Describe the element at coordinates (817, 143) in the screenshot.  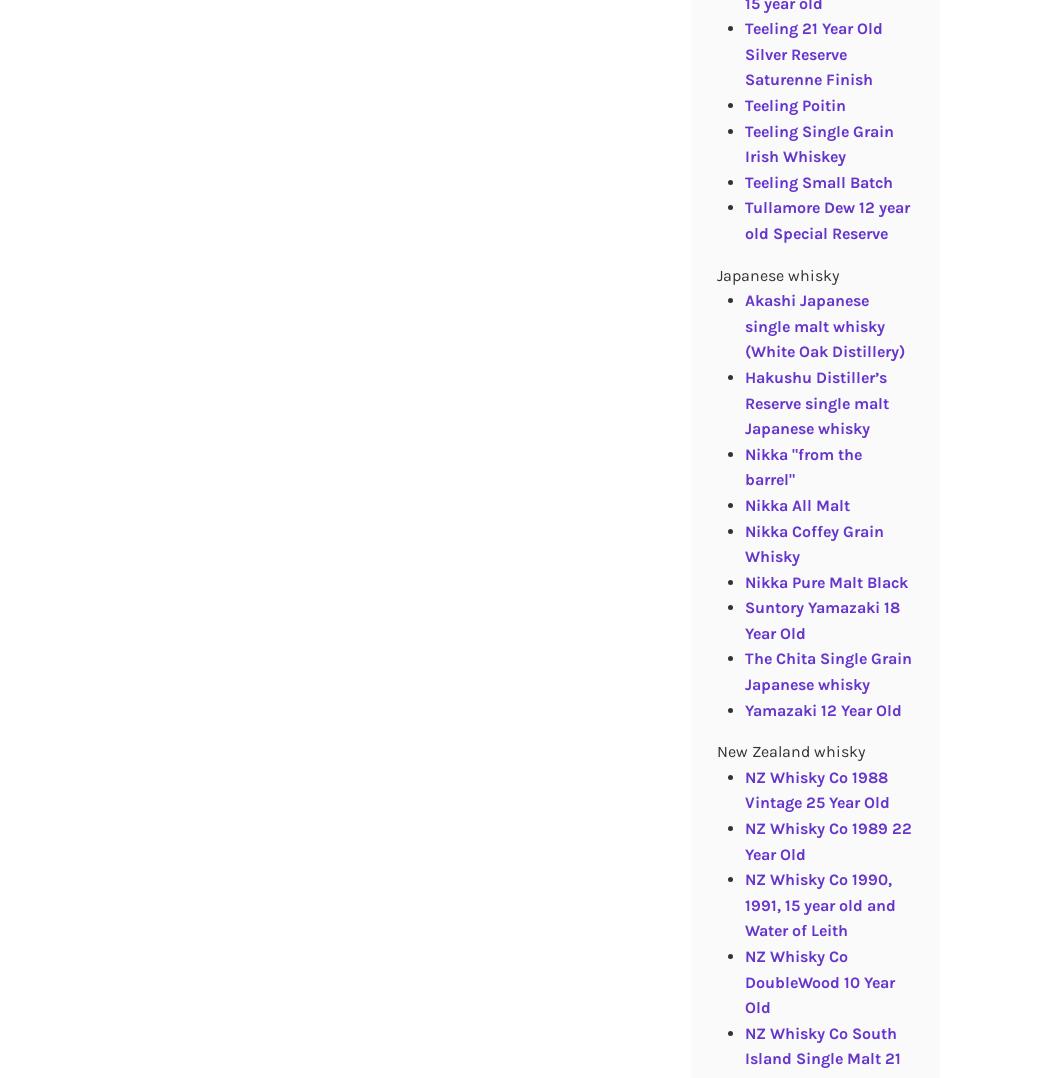
I see `'Teeling Single Grain Irish Whiskey'` at that location.